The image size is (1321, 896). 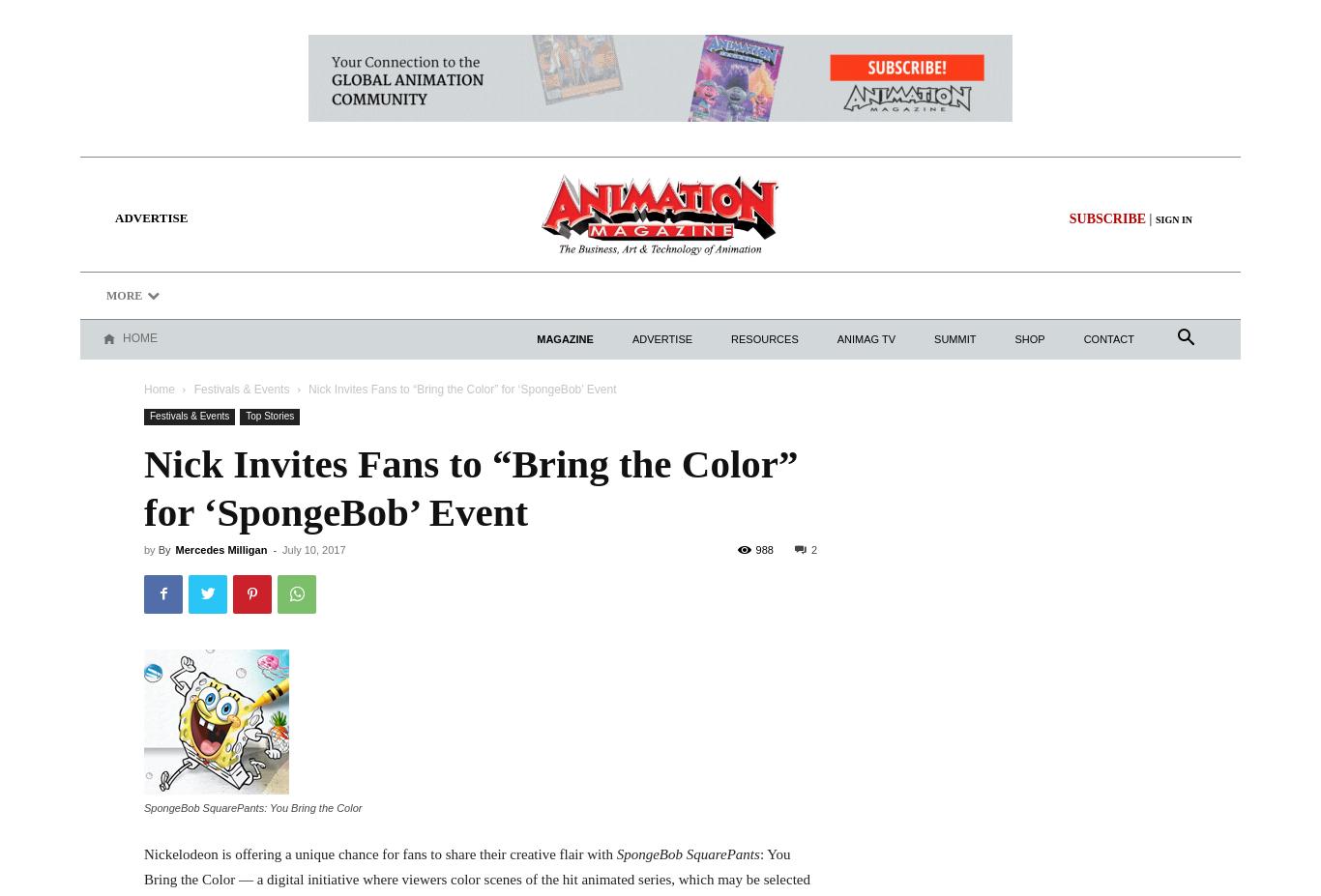 I want to click on '-', so click(x=269, y=548).